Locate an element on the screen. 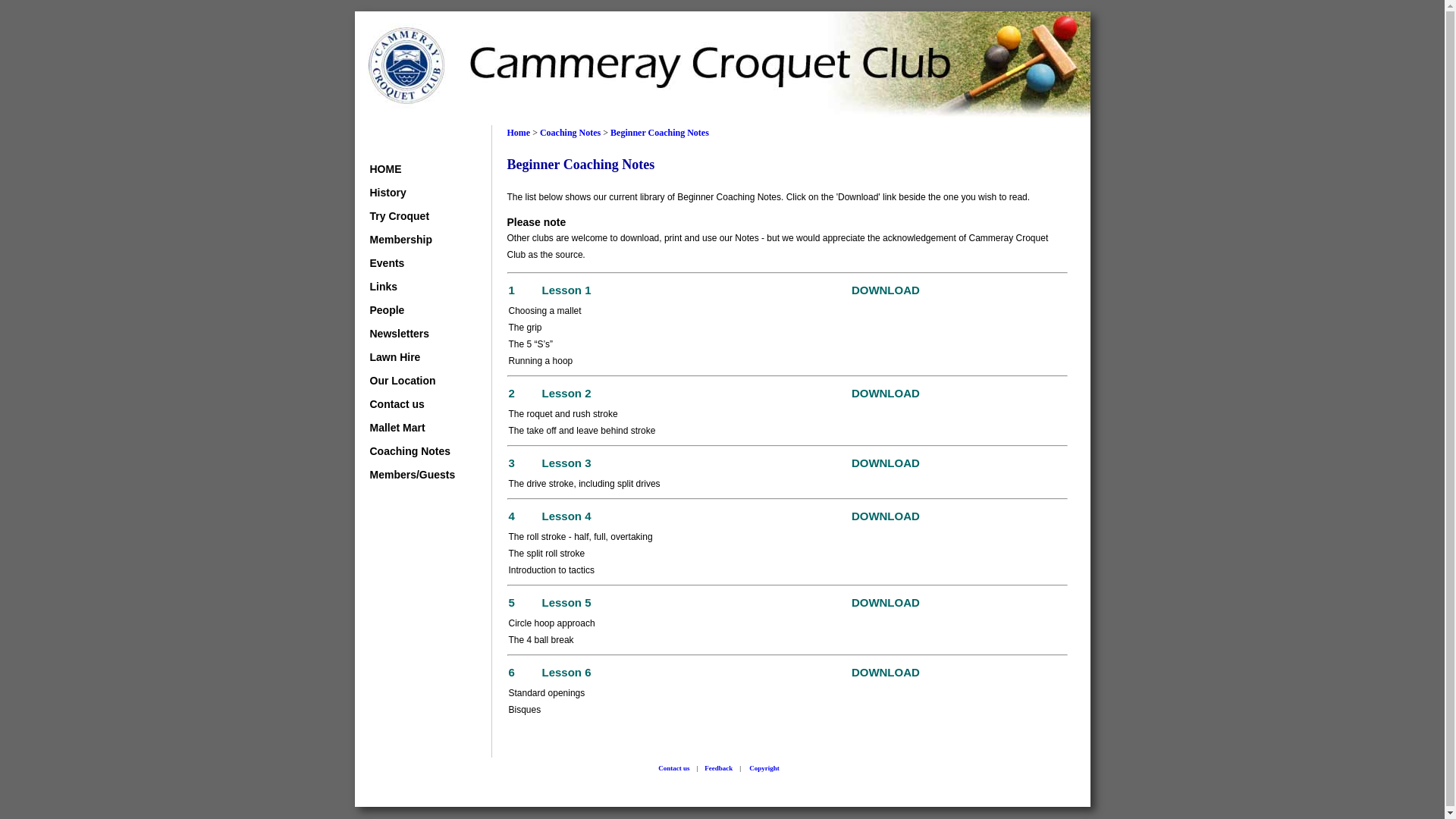 This screenshot has width=1456, height=819. 'History' is located at coordinates (414, 192).